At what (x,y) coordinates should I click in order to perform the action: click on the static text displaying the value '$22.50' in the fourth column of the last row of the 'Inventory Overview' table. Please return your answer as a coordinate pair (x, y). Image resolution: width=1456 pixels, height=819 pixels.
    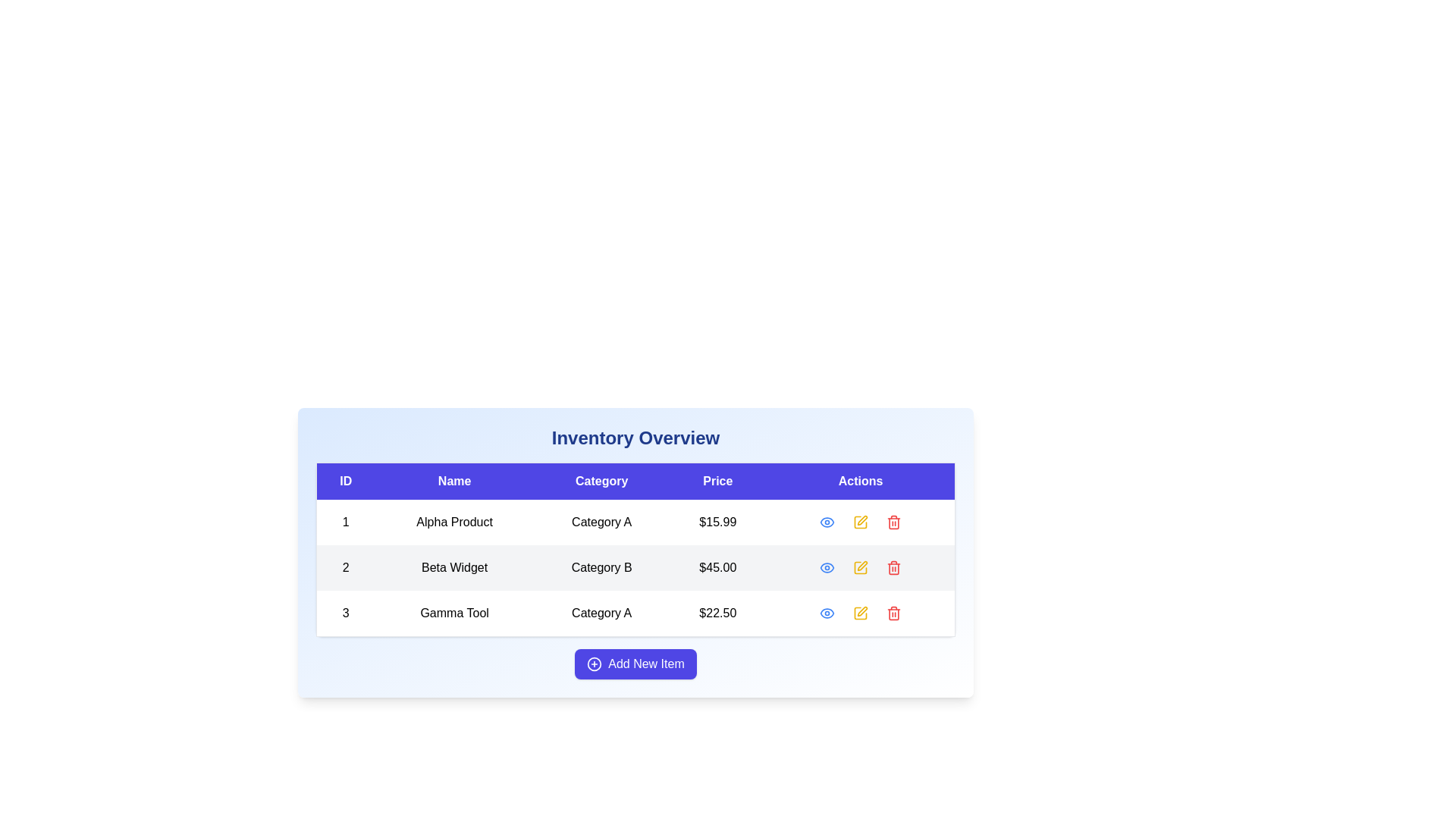
    Looking at the image, I should click on (717, 613).